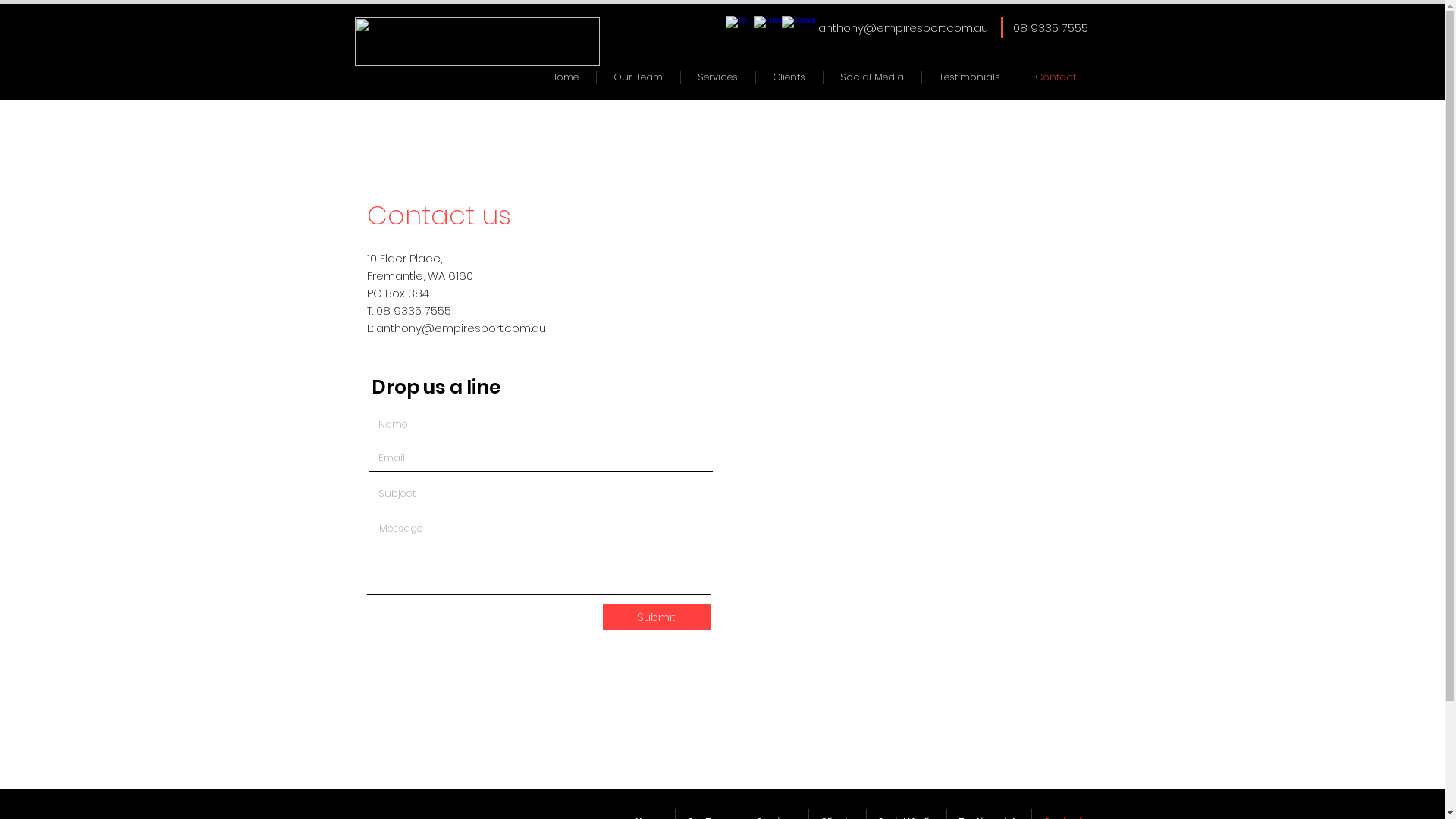 The height and width of the screenshot is (819, 1456). What do you see at coordinates (637, 77) in the screenshot?
I see `'Our Team'` at bounding box center [637, 77].